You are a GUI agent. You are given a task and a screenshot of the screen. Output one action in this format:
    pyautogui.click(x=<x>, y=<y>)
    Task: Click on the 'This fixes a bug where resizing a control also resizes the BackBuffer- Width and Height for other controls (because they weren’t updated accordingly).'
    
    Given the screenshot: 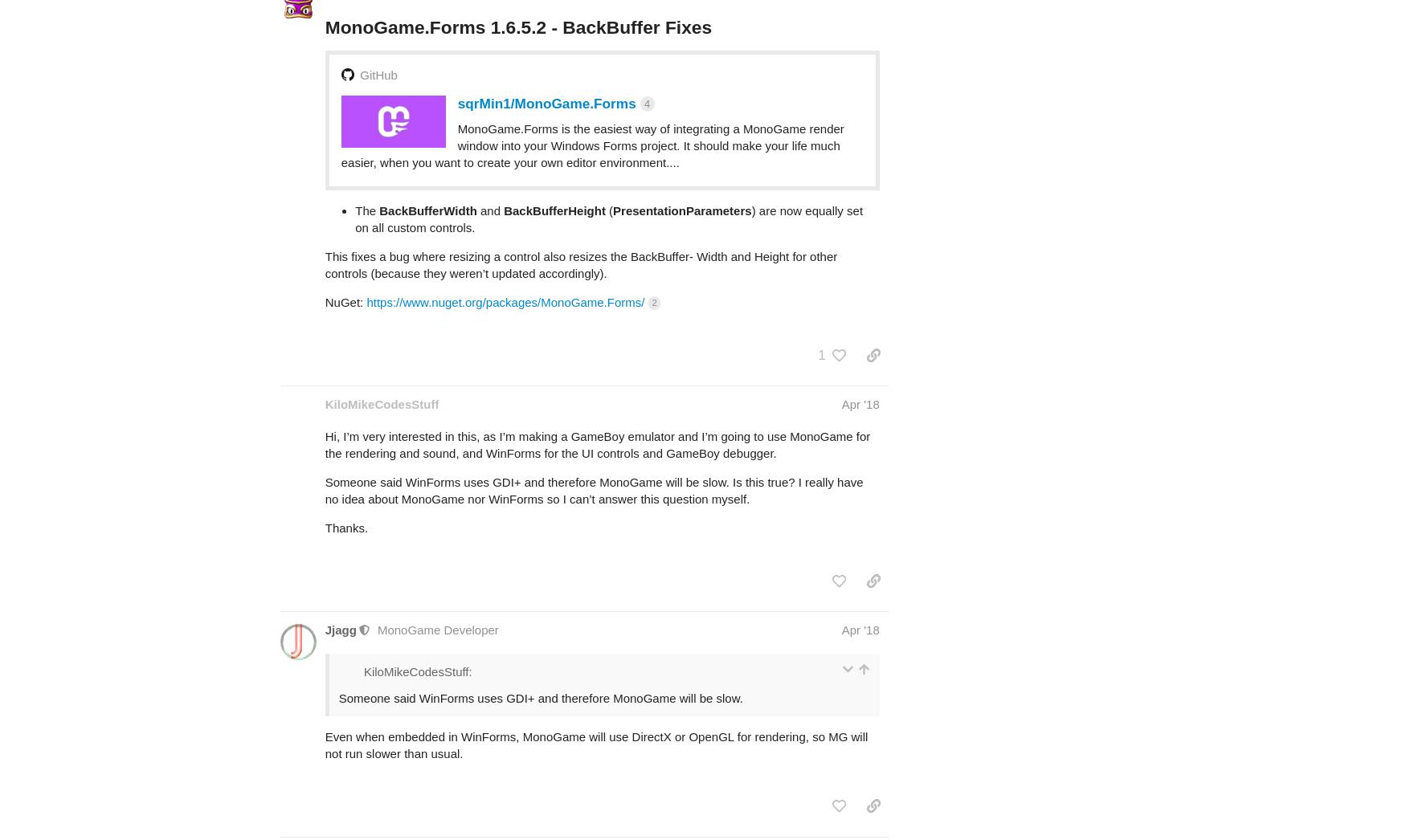 What is the action you would take?
    pyautogui.click(x=580, y=201)
    